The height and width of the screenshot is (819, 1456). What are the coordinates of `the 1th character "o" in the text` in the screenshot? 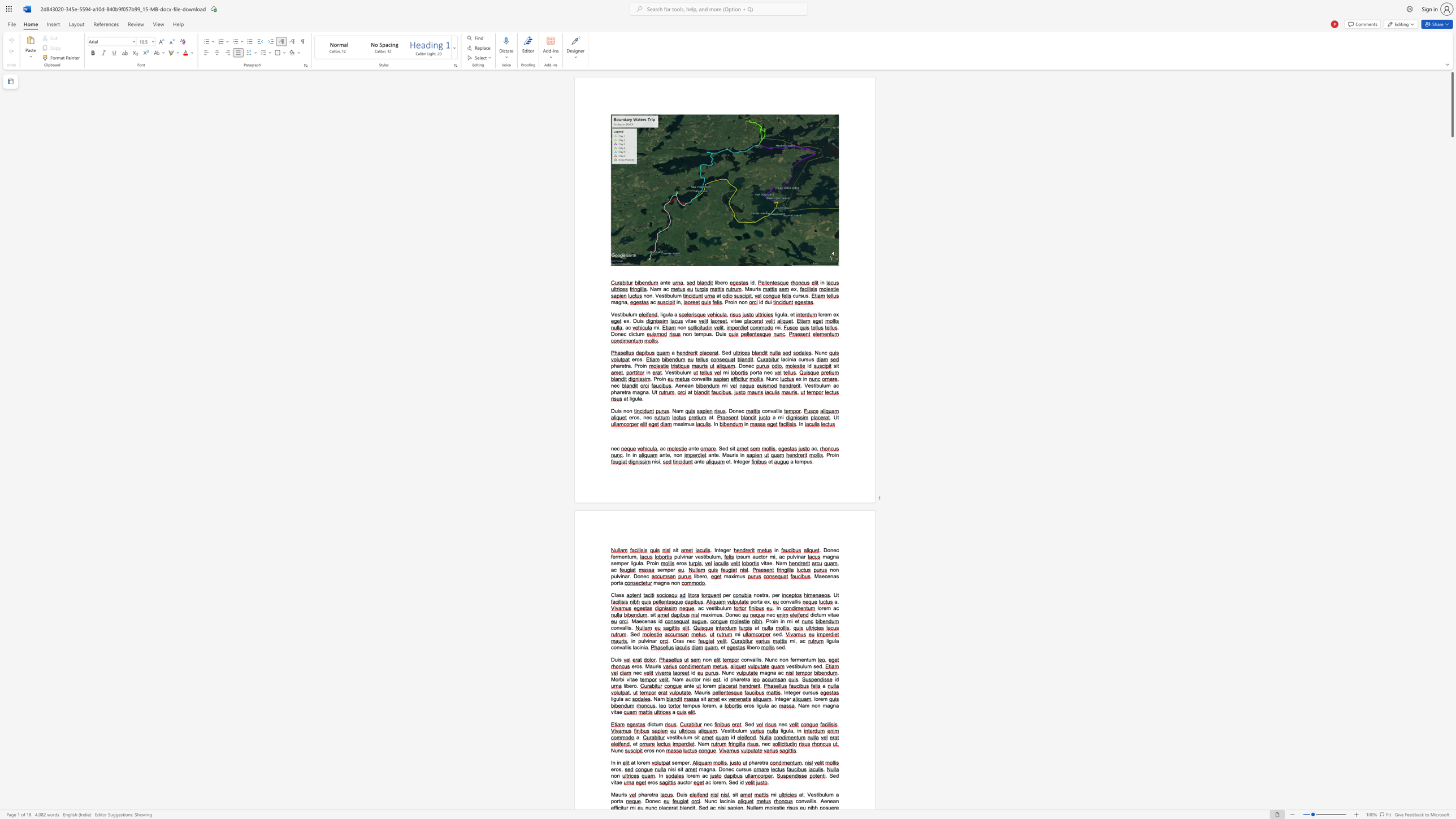 It's located at (635, 417).